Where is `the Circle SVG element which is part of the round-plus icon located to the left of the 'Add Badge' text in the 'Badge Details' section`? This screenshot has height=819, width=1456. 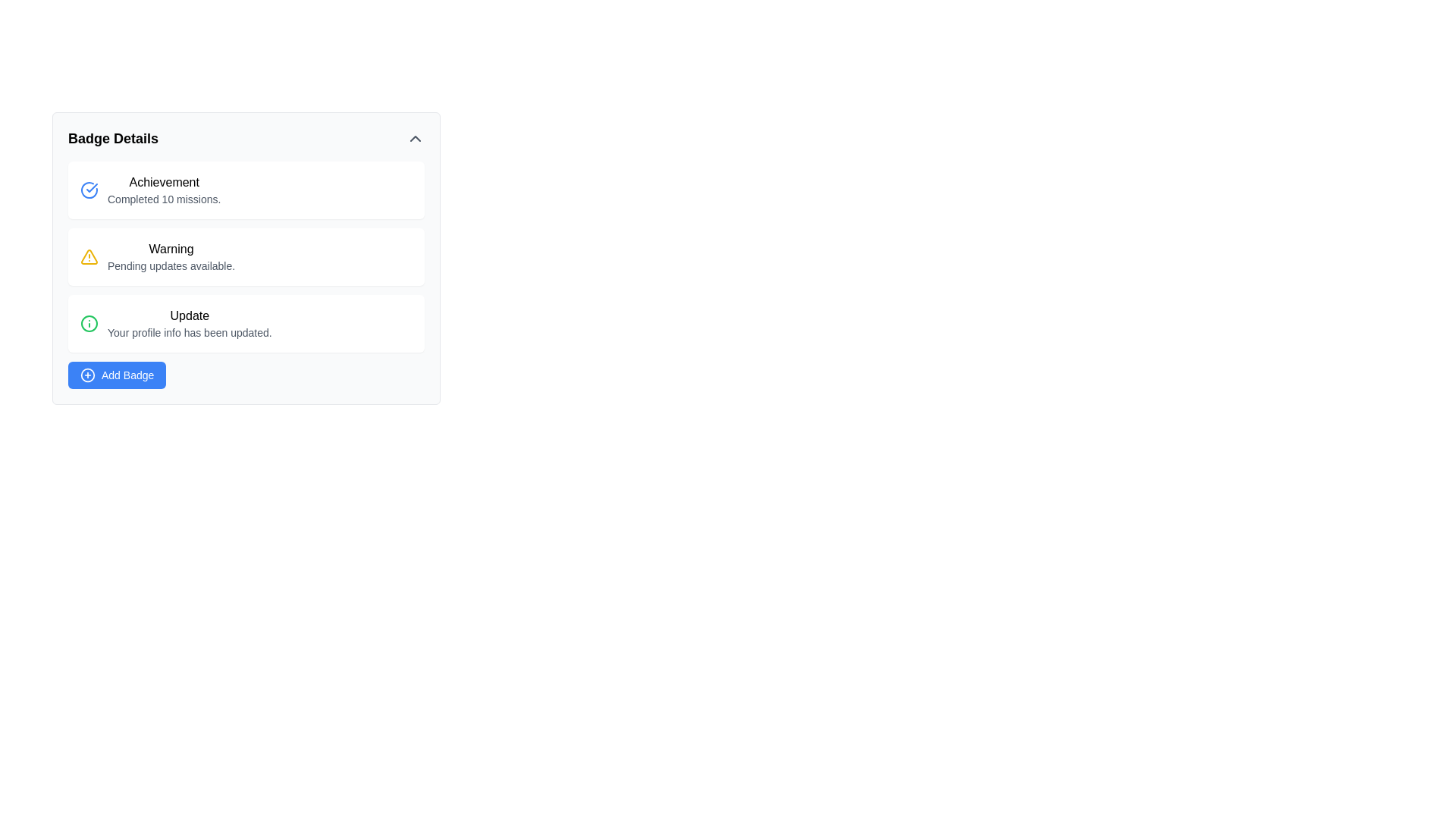
the Circle SVG element which is part of the round-plus icon located to the left of the 'Add Badge' text in the 'Badge Details' section is located at coordinates (86, 375).